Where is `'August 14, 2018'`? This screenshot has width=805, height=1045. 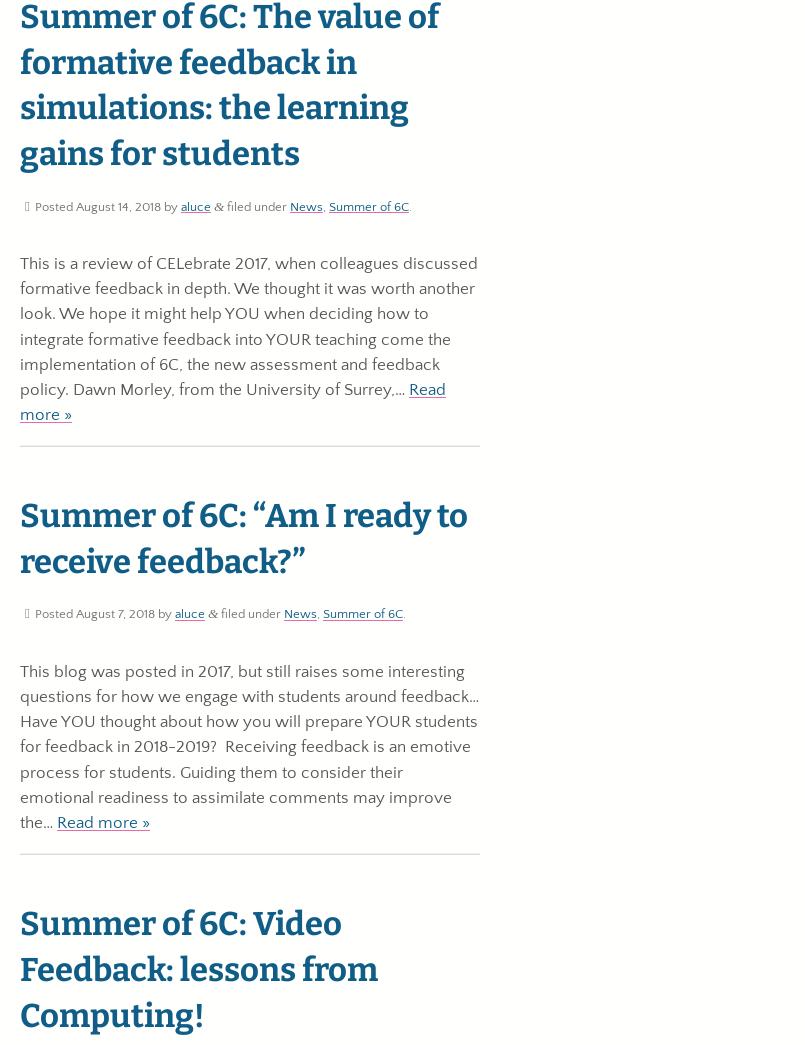
'August 14, 2018' is located at coordinates (117, 205).